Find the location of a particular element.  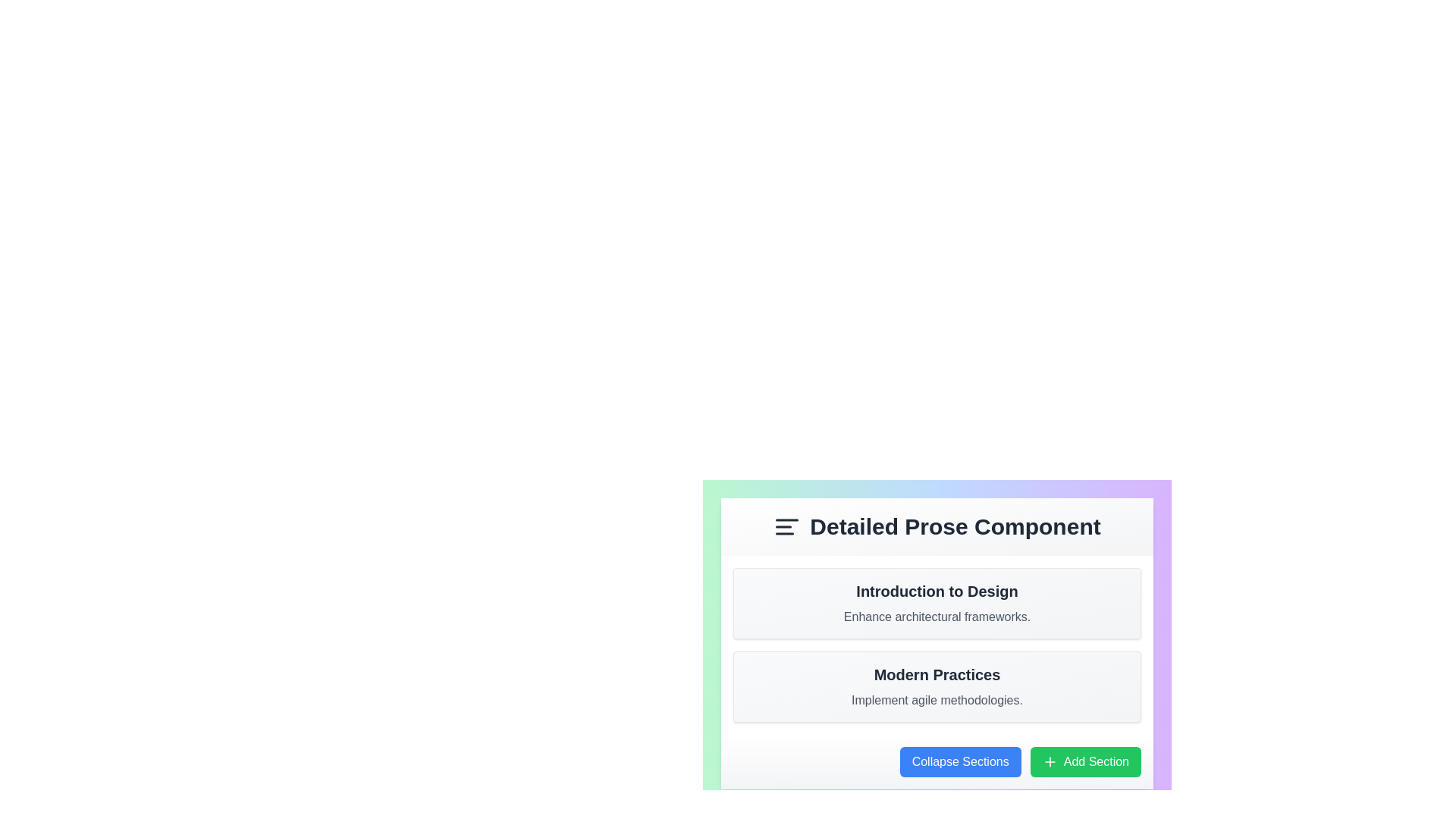

the Text block that displays a headline and brief description, located centrally above the 'Modern Practices' section and below the 'Detailed Prose Component' header is located at coordinates (937, 626).